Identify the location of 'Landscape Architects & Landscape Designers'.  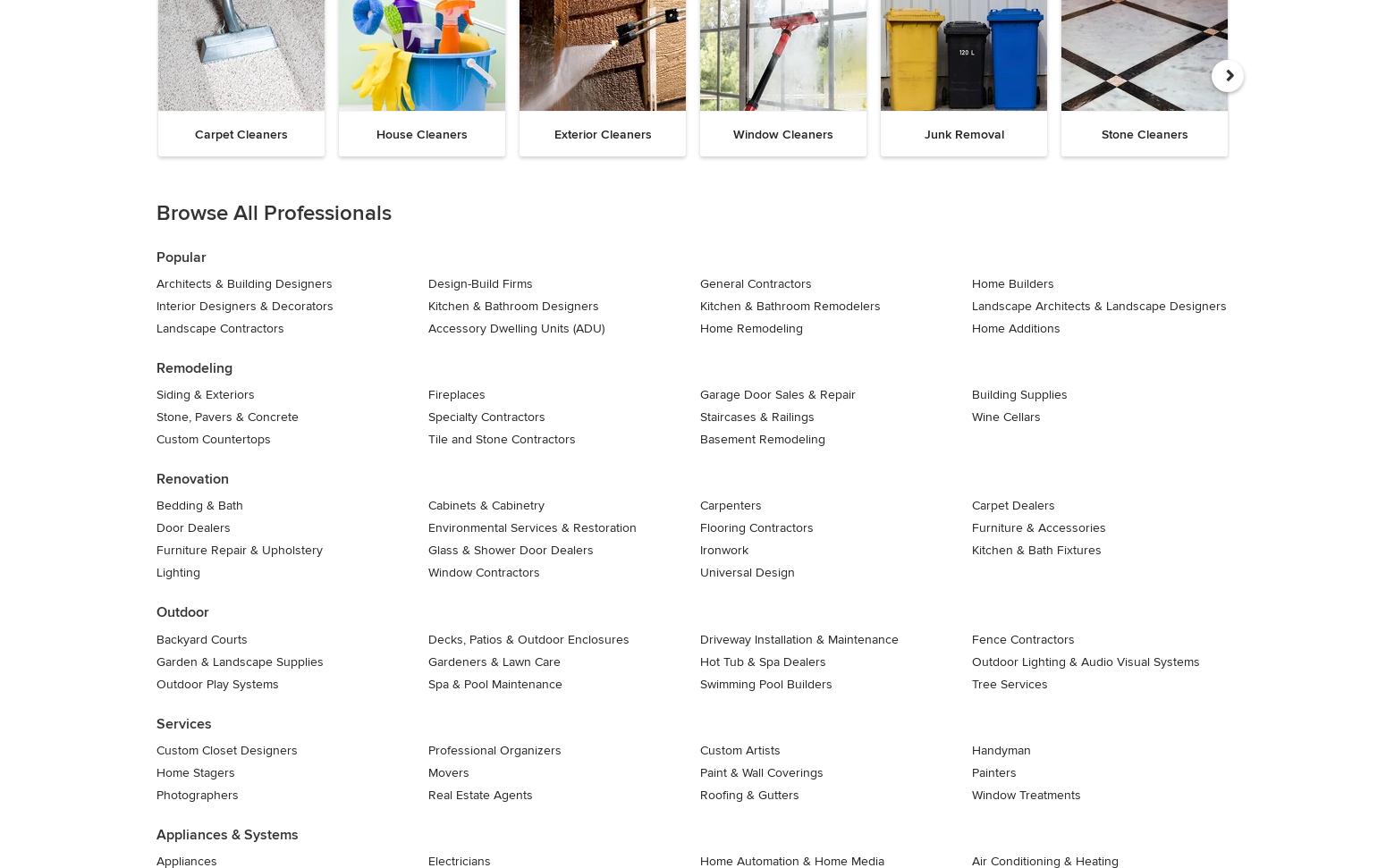
(1099, 305).